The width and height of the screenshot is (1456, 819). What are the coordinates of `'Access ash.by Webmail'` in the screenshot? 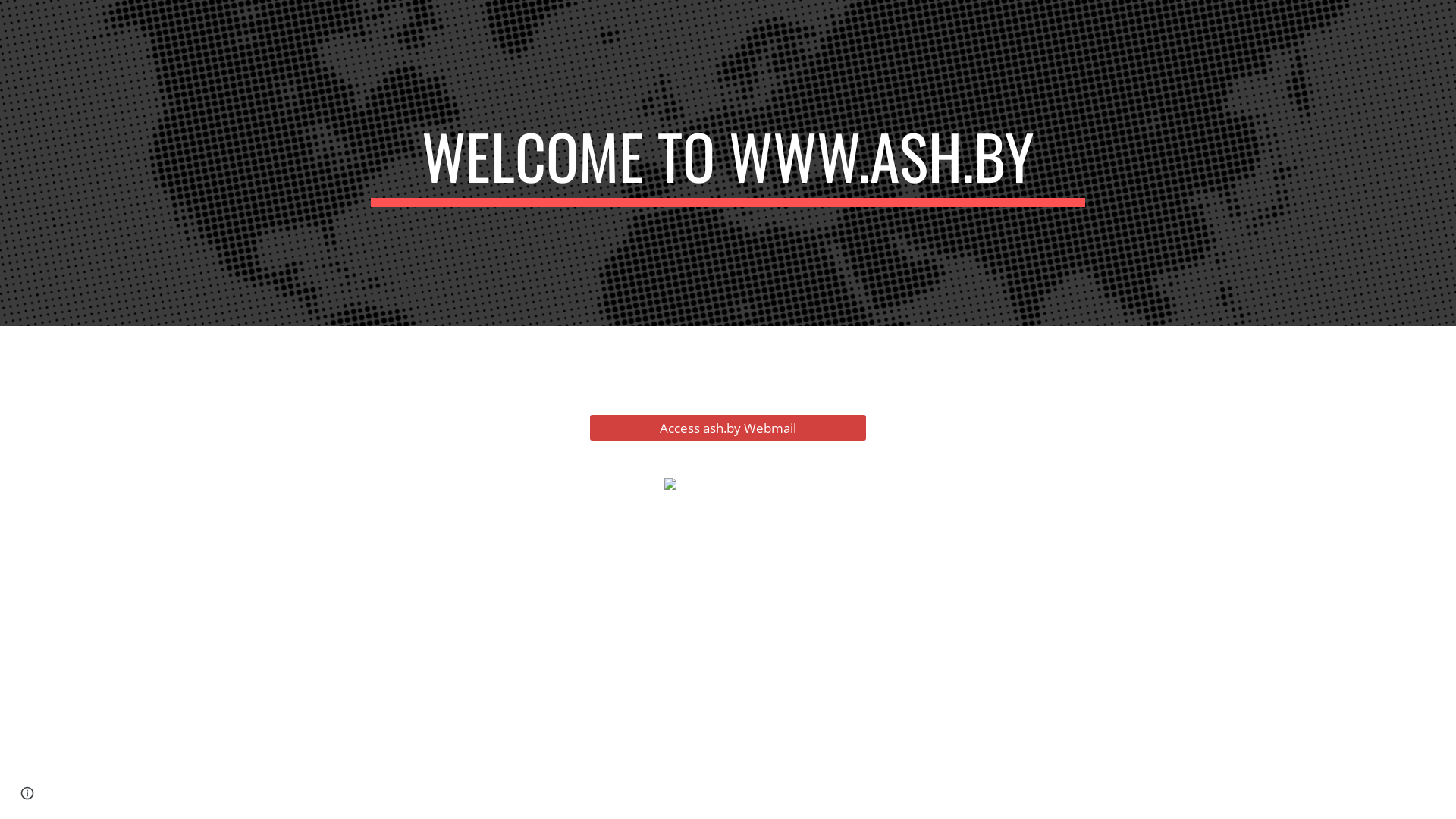 It's located at (726, 427).